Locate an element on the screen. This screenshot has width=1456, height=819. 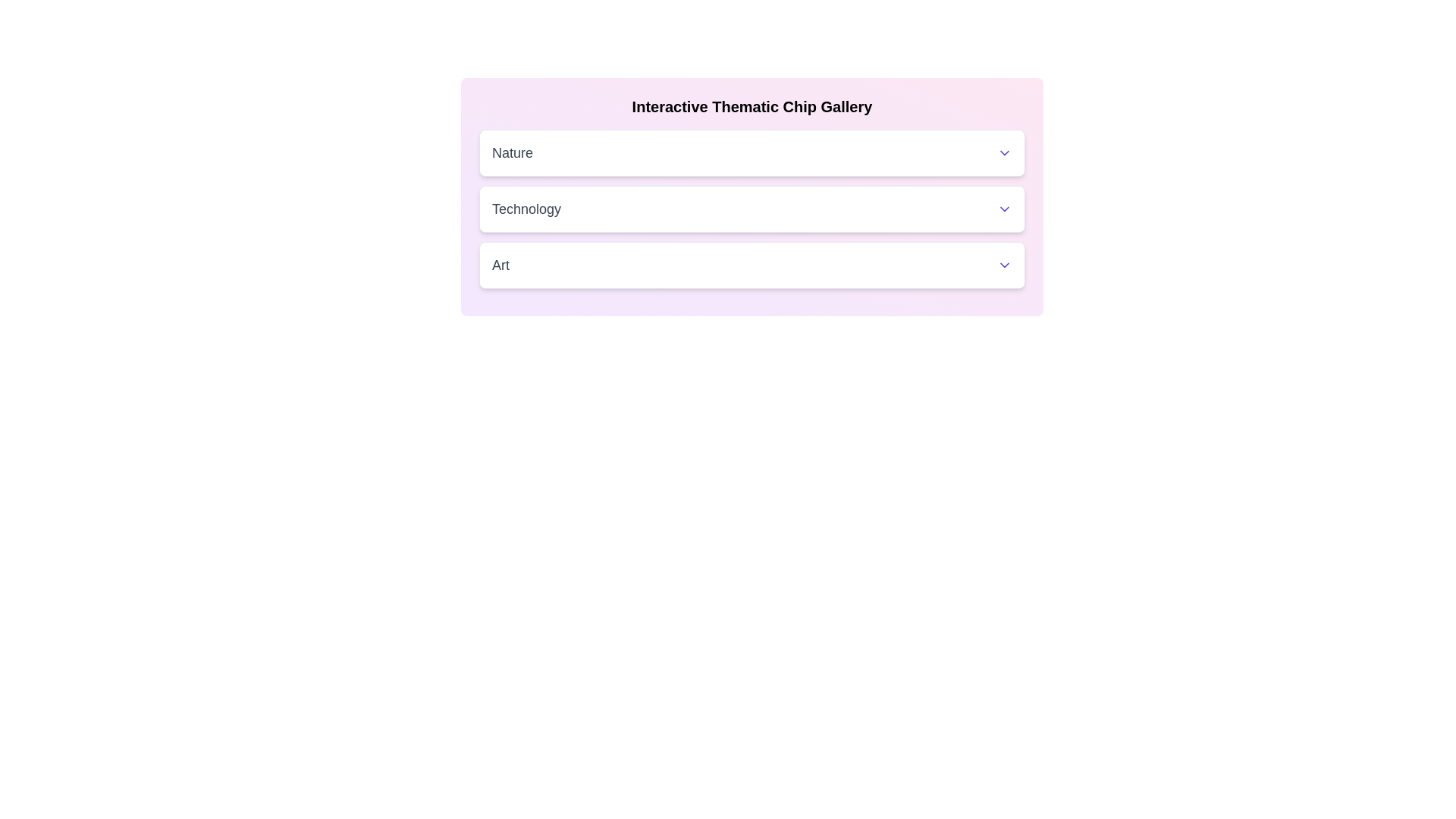
the Nature title to expand its section is located at coordinates (752, 152).